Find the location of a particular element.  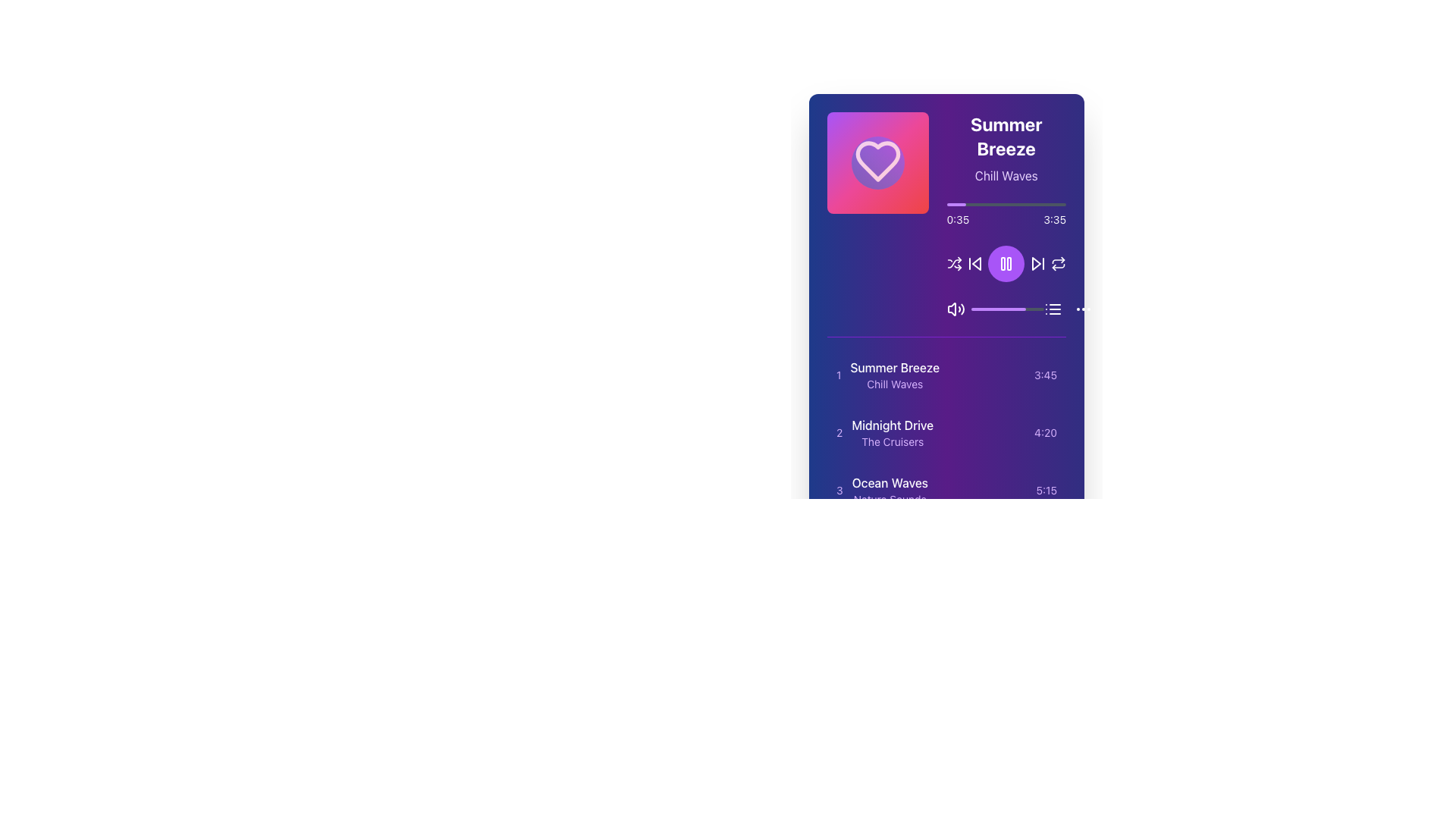

text label displaying 'Summer Breeze' and 'Chill Waves' in the playlist section, which is the first item below the main playback controls is located at coordinates (895, 375).